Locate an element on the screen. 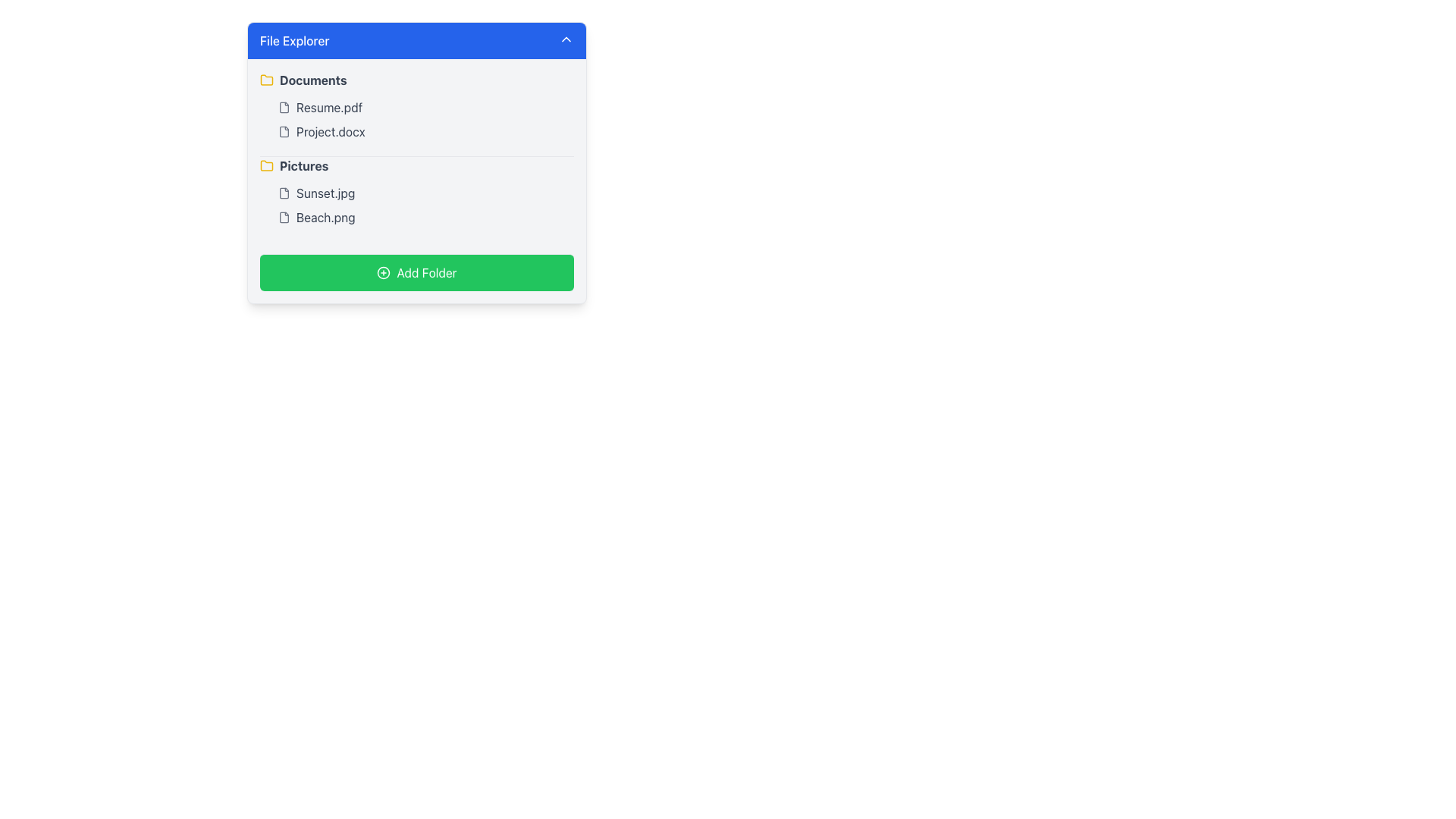 This screenshot has height=819, width=1456. the circular '+' icon located on the left side of the 'Add Folder' button is located at coordinates (384, 271).